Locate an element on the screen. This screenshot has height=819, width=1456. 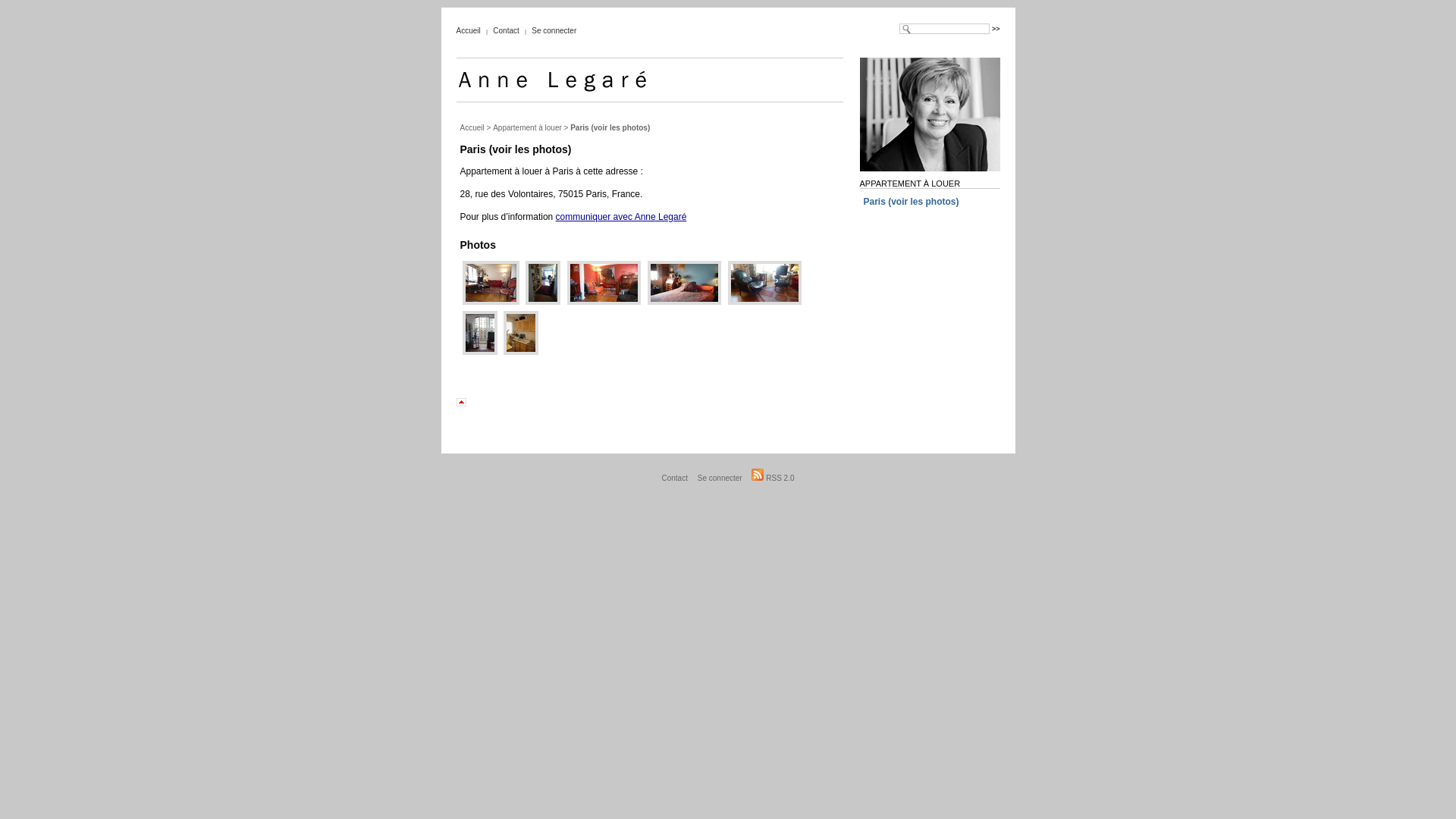
' RSS 2.0' is located at coordinates (772, 478).